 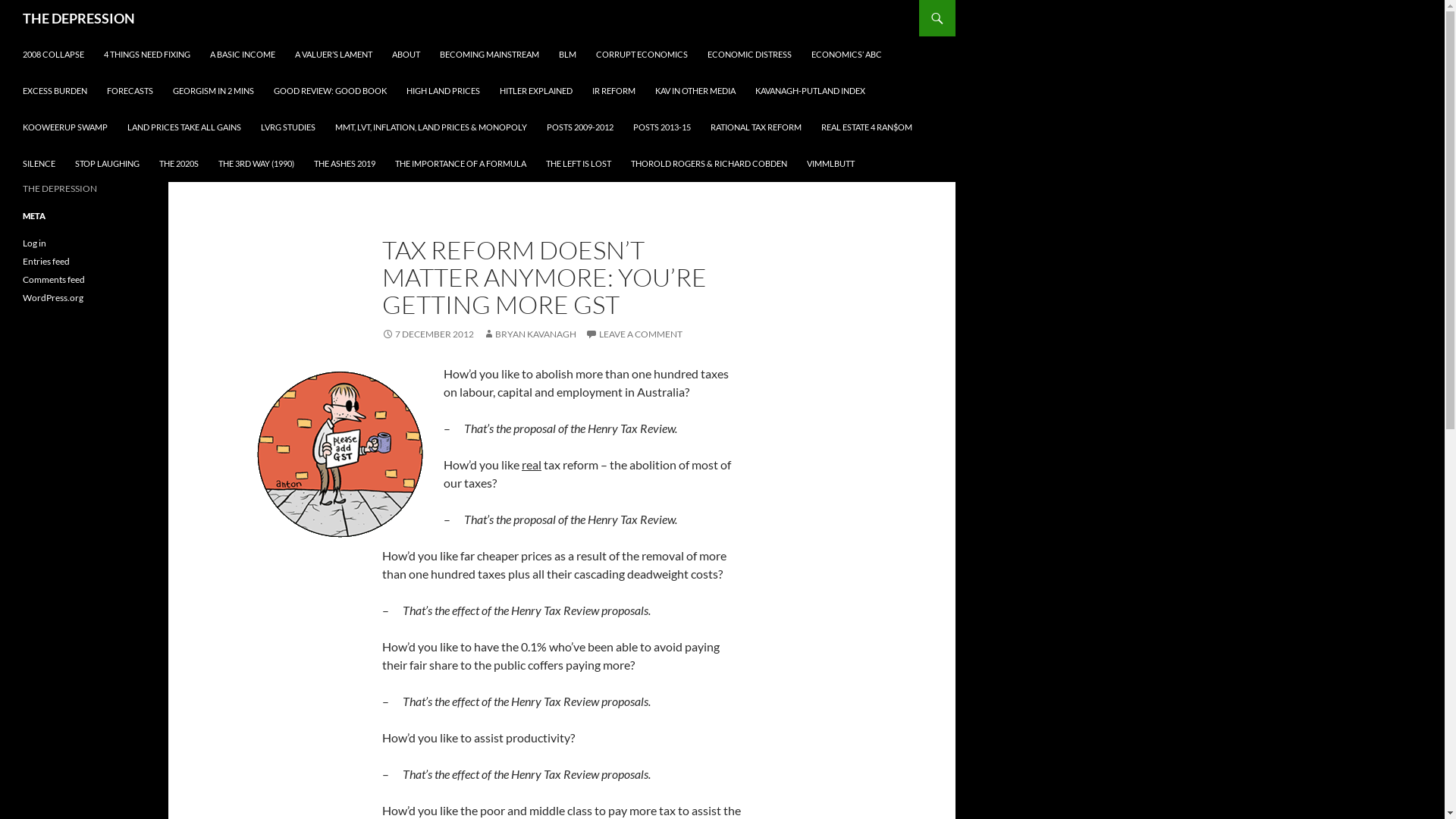 I want to click on 'ABOUT', so click(x=406, y=54).